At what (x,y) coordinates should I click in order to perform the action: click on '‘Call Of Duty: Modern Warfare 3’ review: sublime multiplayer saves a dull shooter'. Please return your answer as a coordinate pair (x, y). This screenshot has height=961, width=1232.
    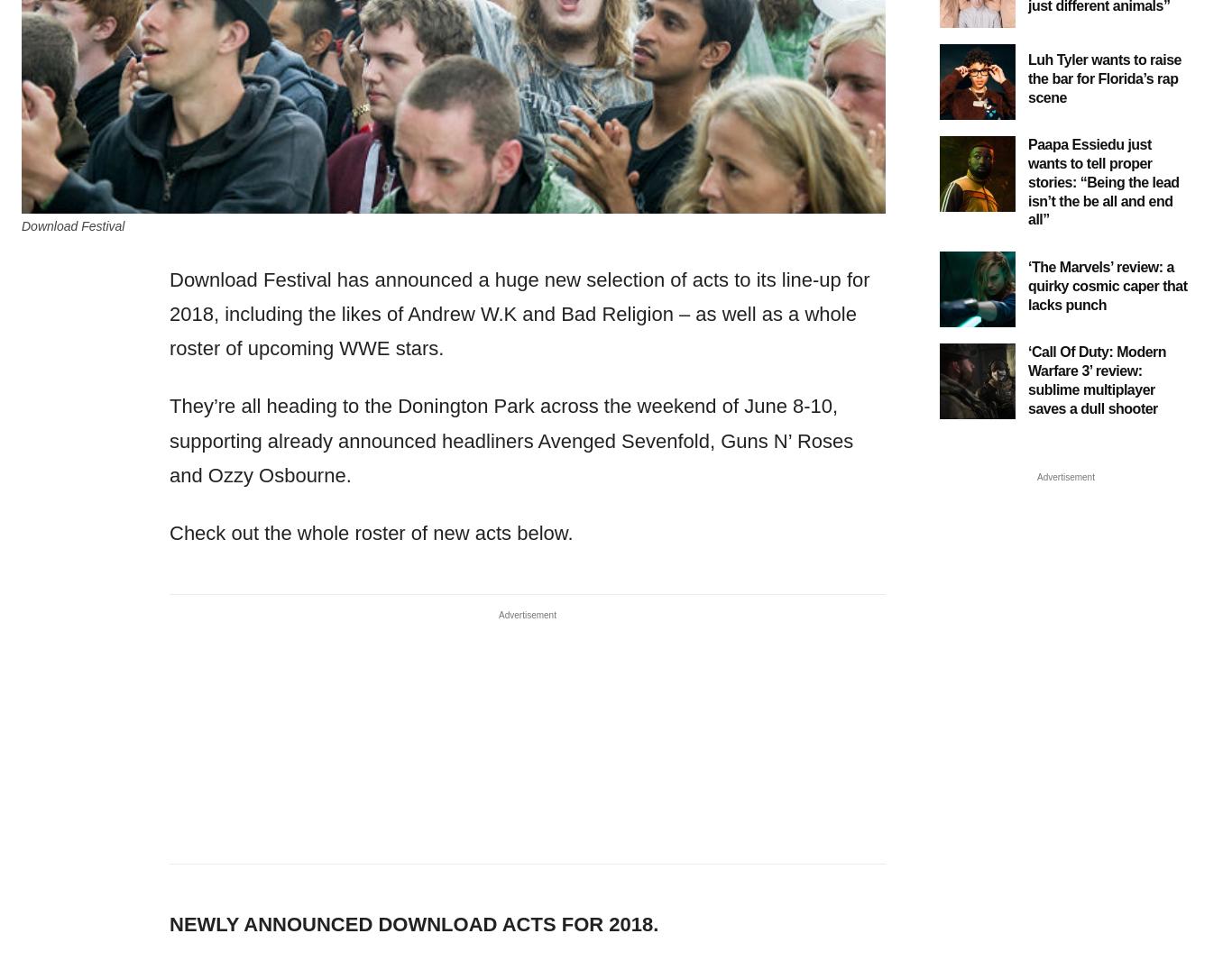
    Looking at the image, I should click on (1097, 380).